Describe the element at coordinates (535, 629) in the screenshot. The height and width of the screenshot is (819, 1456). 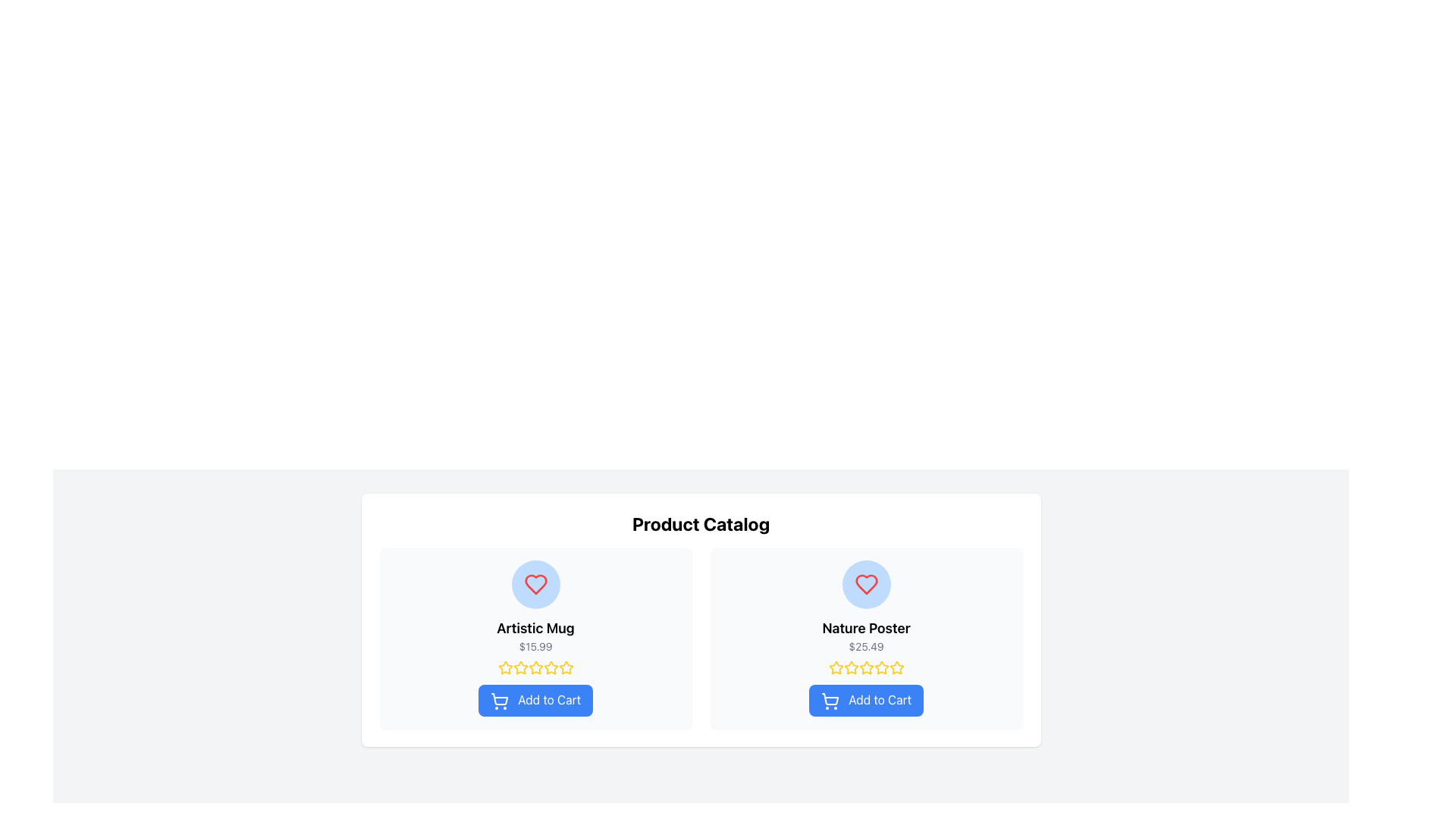
I see `the text label displaying 'Artistic Mug', which is centrally located underneath a heart icon within a blue circle in the left card of the product catalog` at that location.